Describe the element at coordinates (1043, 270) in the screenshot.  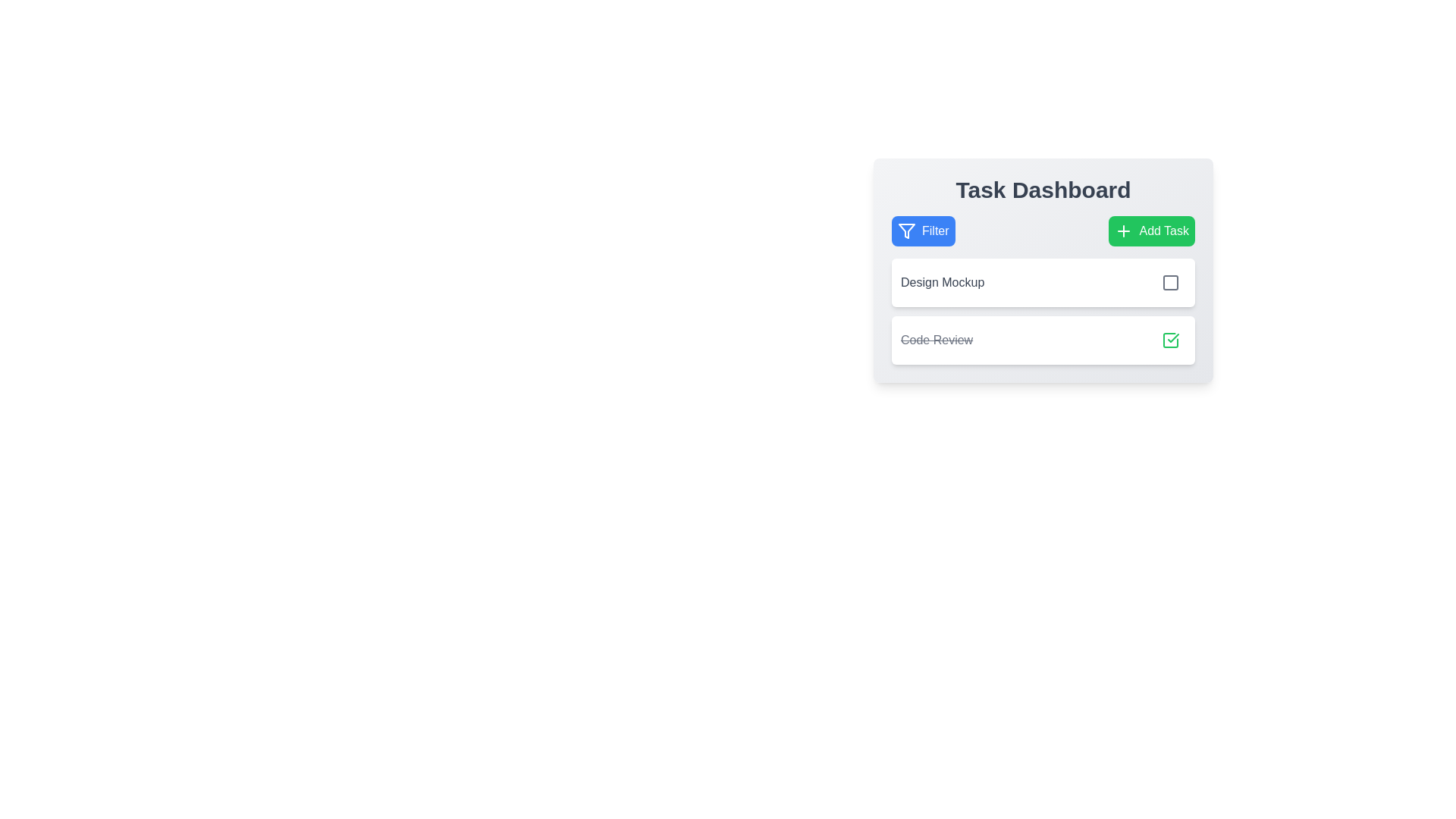
I see `the checkbox on the task entry labeled 'Design Mockup' to mark the task as complete` at that location.